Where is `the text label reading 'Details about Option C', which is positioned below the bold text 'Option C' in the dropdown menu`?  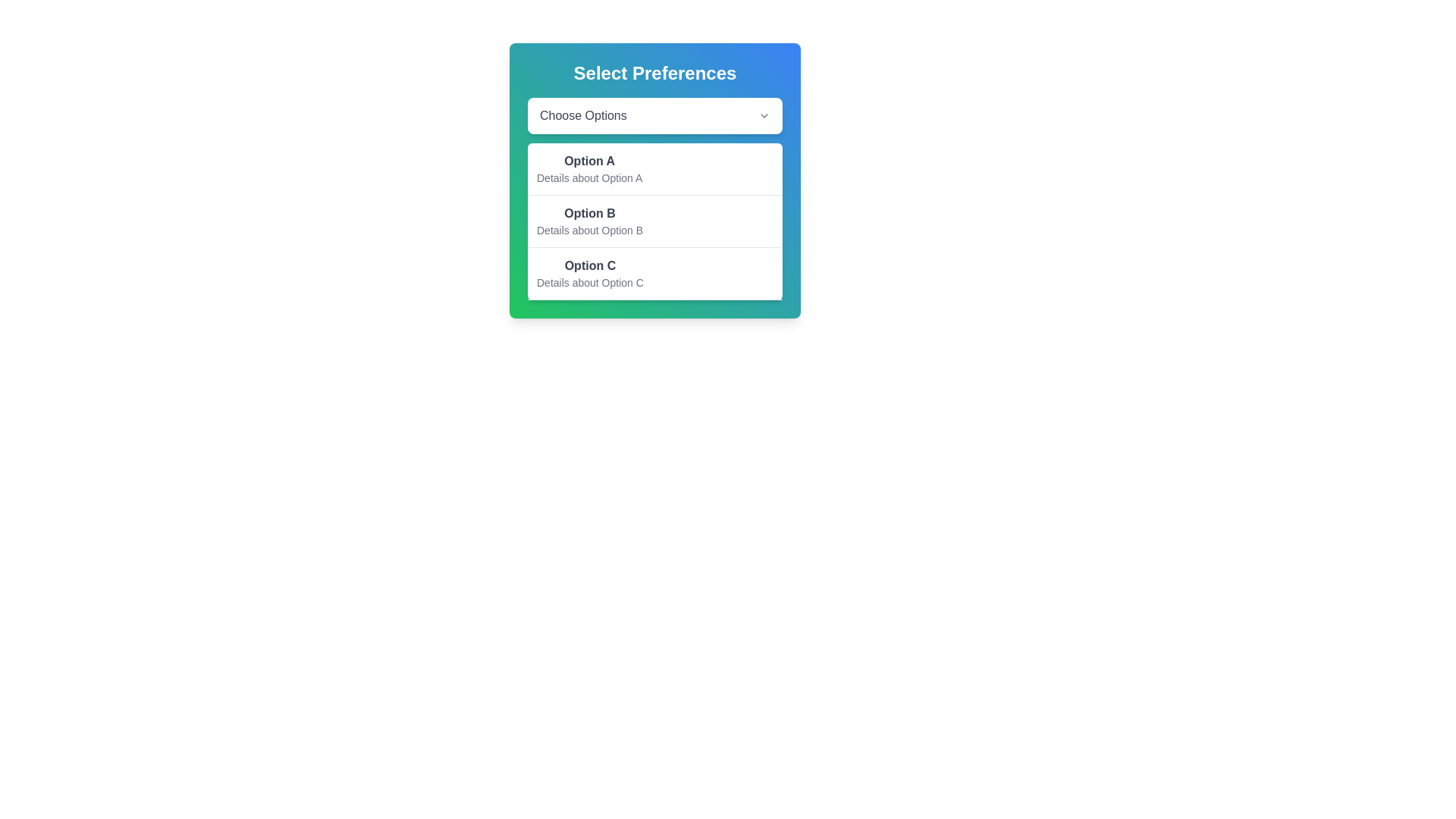 the text label reading 'Details about Option C', which is positioned below the bold text 'Option C' in the dropdown menu is located at coordinates (589, 283).